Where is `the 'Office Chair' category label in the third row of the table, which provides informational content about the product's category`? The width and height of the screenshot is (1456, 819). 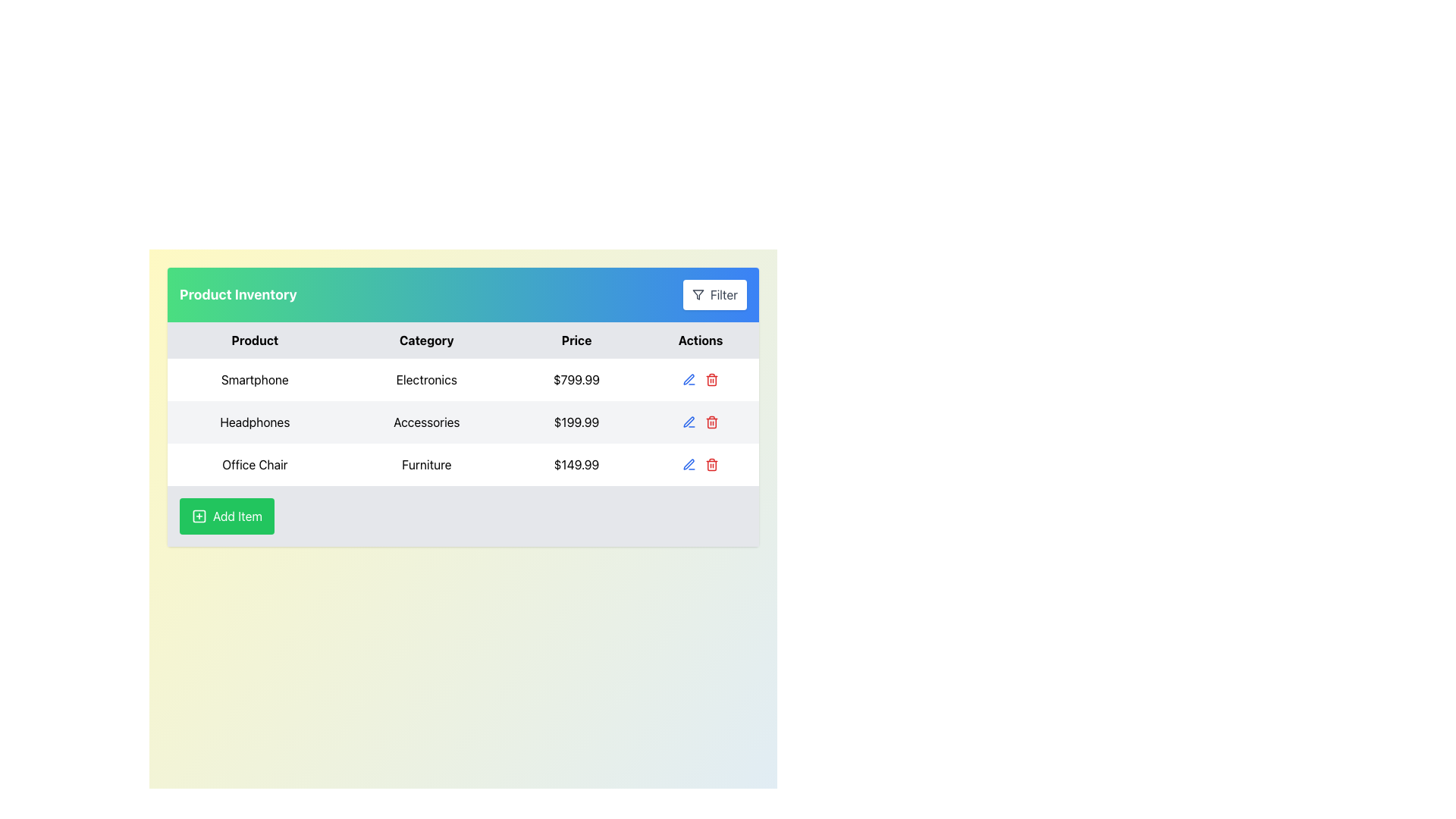 the 'Office Chair' category label in the third row of the table, which provides informational content about the product's category is located at coordinates (425, 464).